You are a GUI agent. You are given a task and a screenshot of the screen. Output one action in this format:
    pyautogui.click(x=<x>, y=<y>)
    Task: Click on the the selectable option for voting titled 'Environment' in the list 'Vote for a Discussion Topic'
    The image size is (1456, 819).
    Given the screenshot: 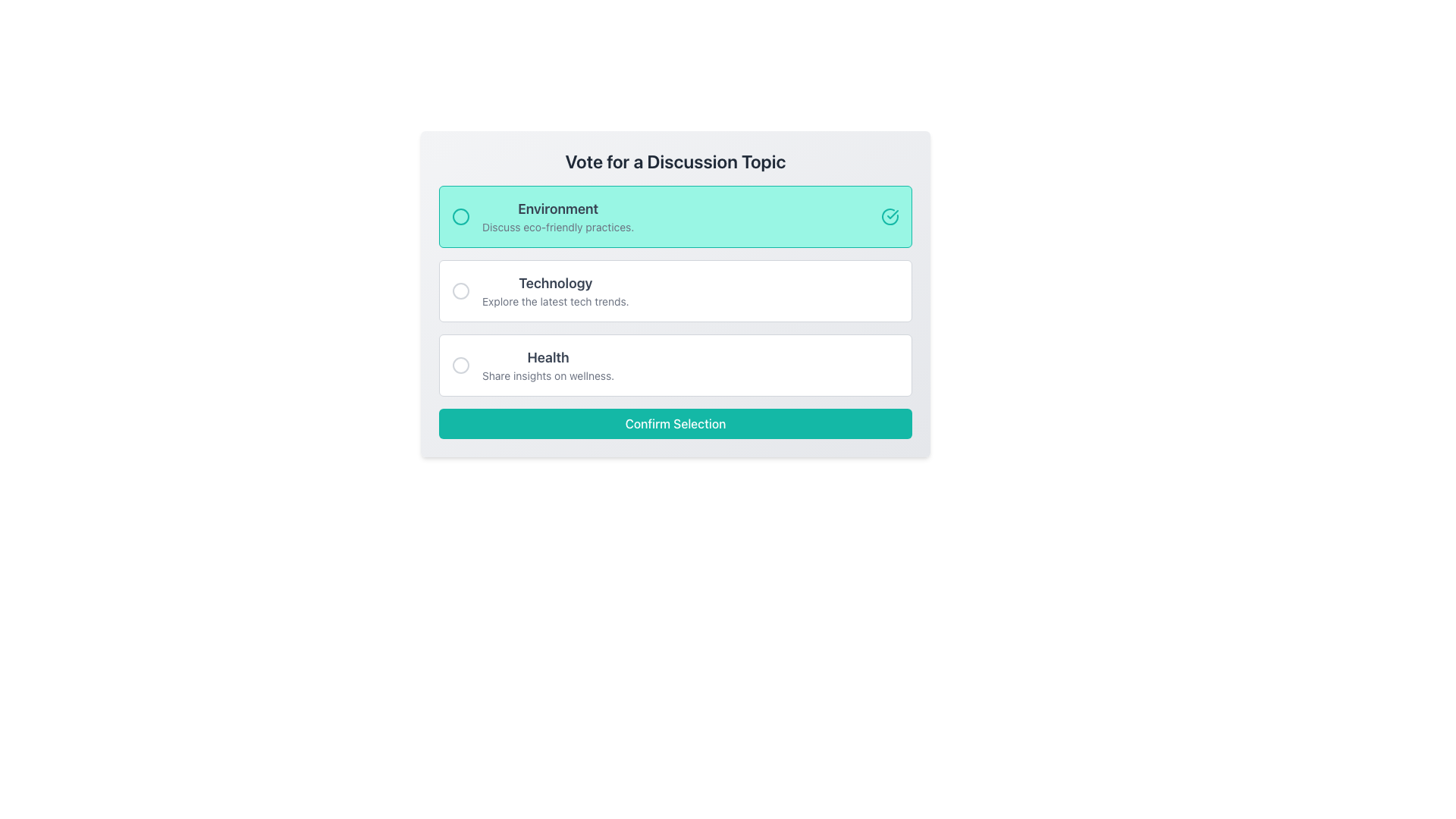 What is the action you would take?
    pyautogui.click(x=543, y=216)
    